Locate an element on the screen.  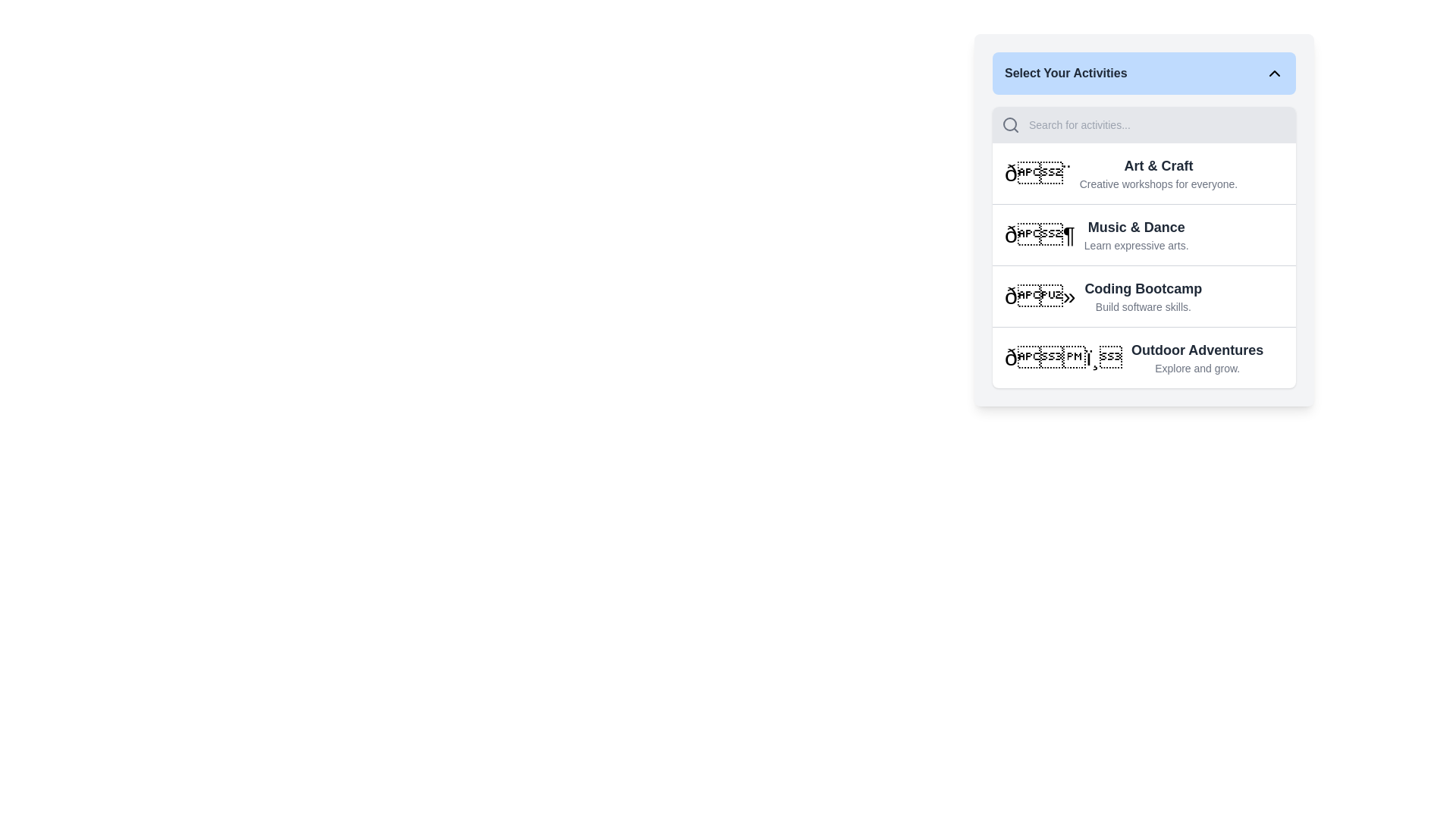
to select the 'Art & Craft' option, which features a palette emoji, bold title, and a subtitle indicating creative workshops for everyone is located at coordinates (1144, 172).